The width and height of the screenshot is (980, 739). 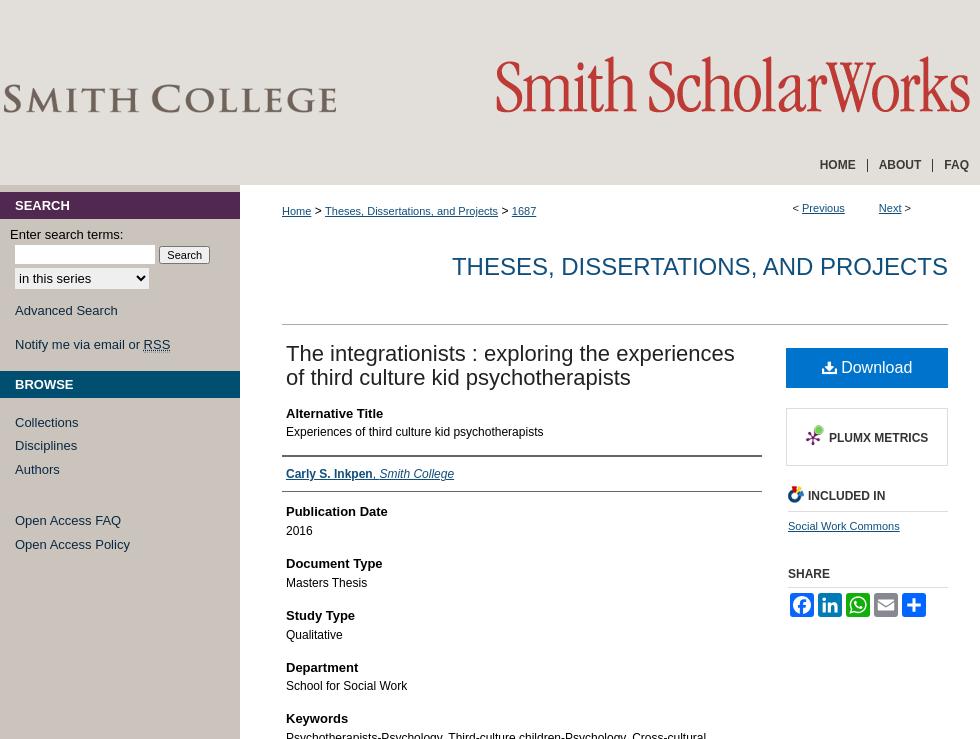 I want to click on 'Authors', so click(x=37, y=468).